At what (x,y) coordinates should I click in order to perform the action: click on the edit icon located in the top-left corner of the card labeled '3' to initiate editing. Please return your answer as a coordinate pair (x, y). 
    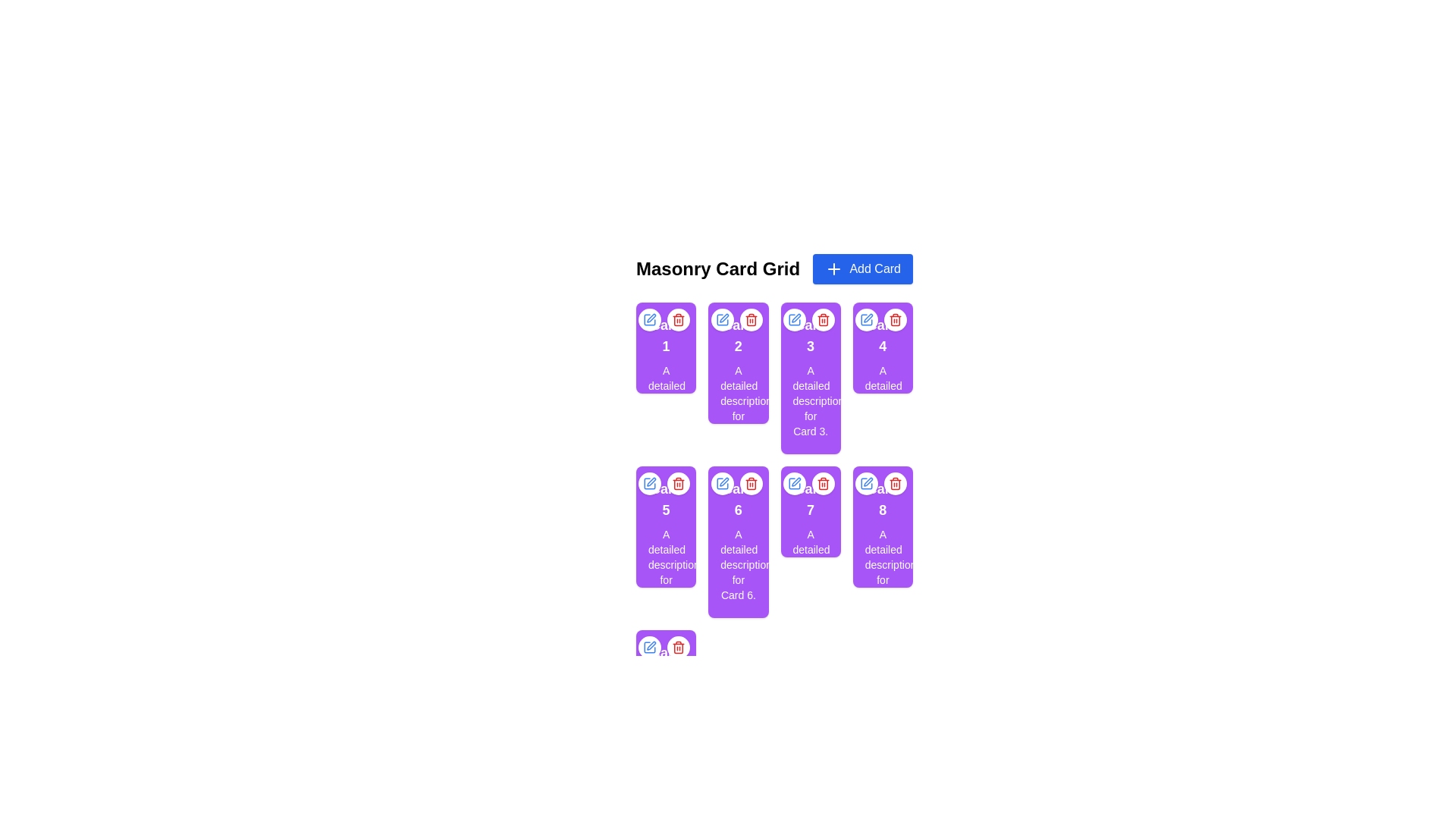
    Looking at the image, I should click on (793, 318).